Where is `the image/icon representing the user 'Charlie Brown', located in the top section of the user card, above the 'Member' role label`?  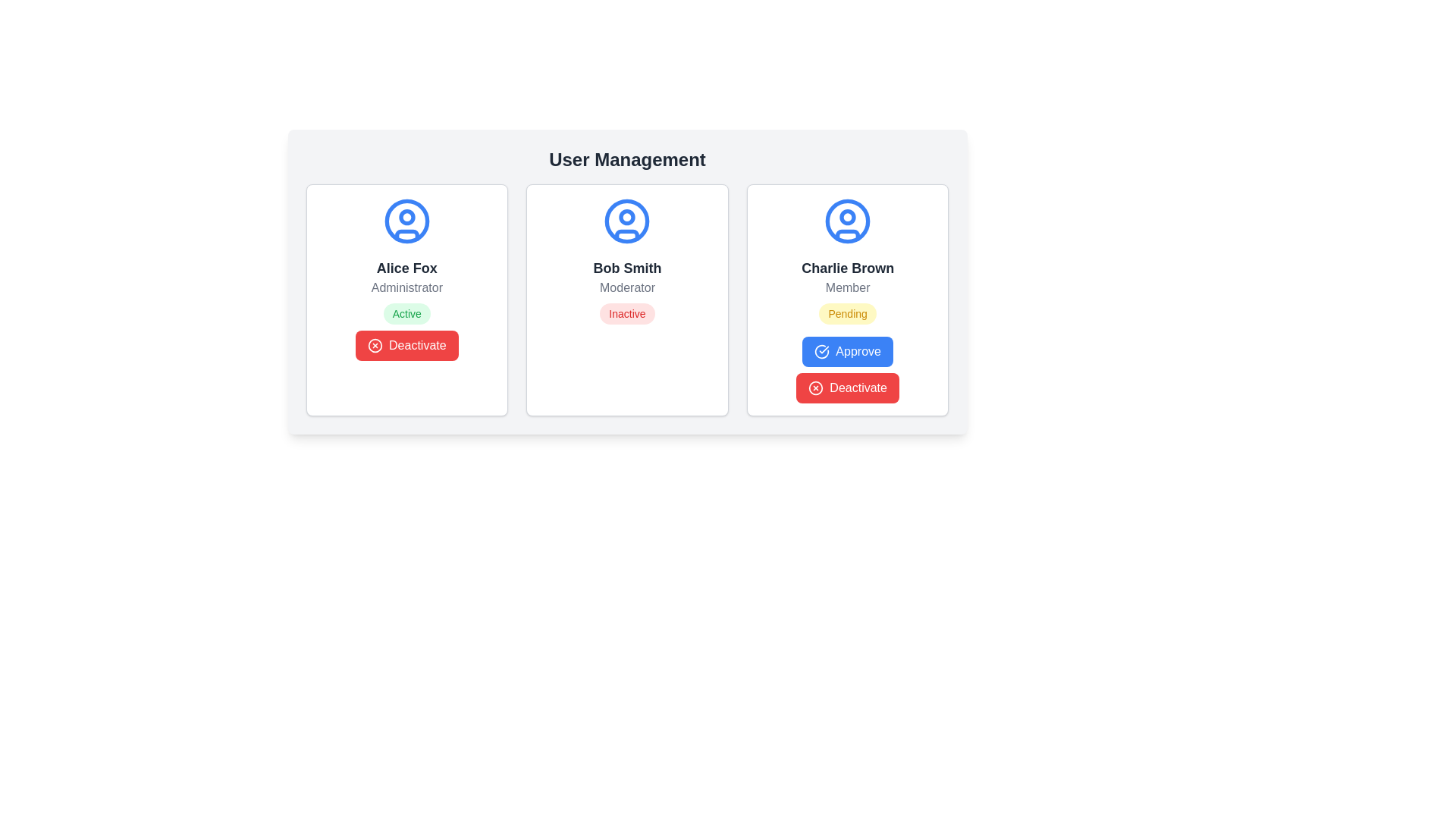
the image/icon representing the user 'Charlie Brown', located in the top section of the user card, above the 'Member' role label is located at coordinates (847, 221).